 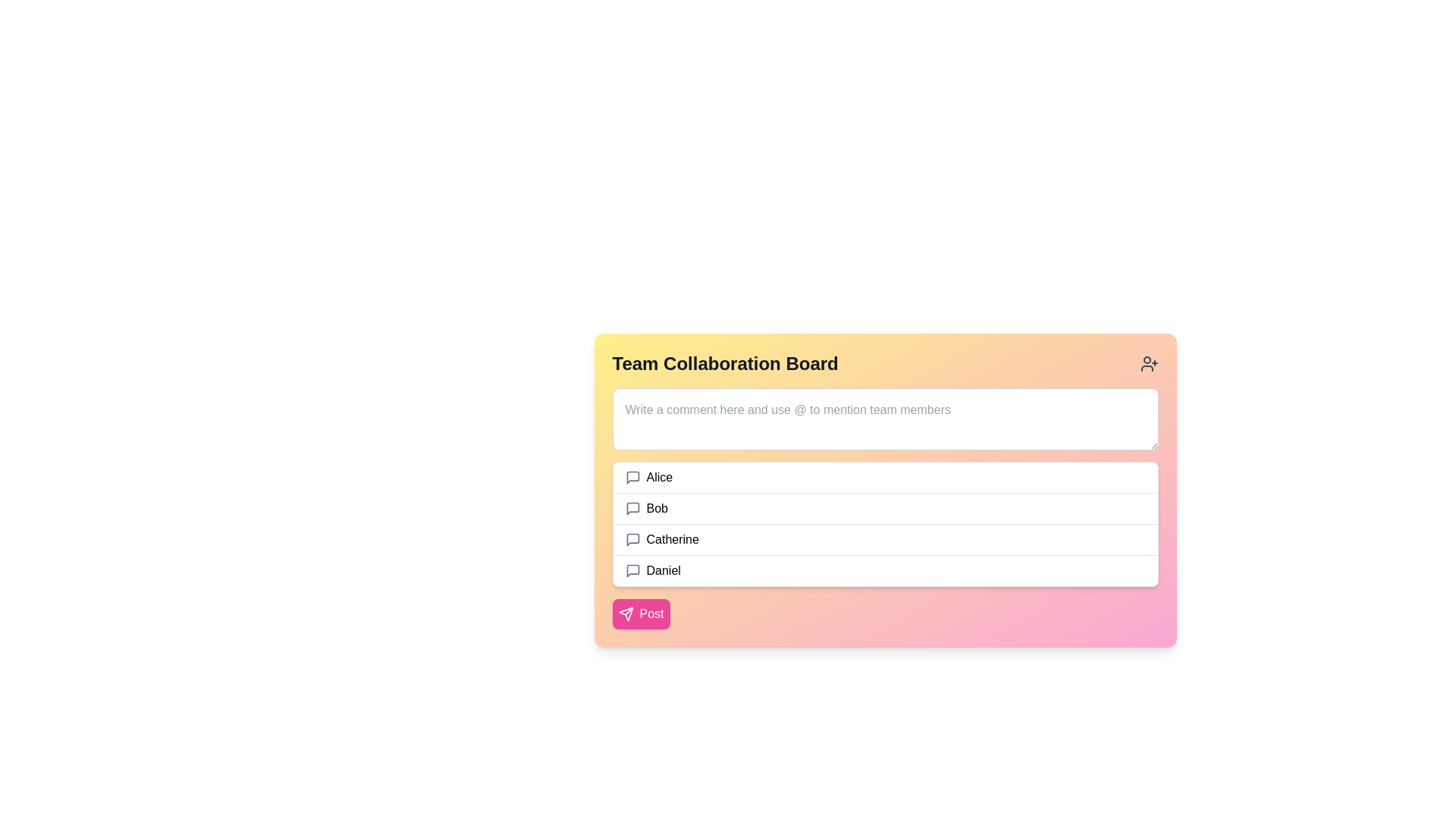 I want to click on the 'Post' button containing the arrow-like icon, so click(x=626, y=614).